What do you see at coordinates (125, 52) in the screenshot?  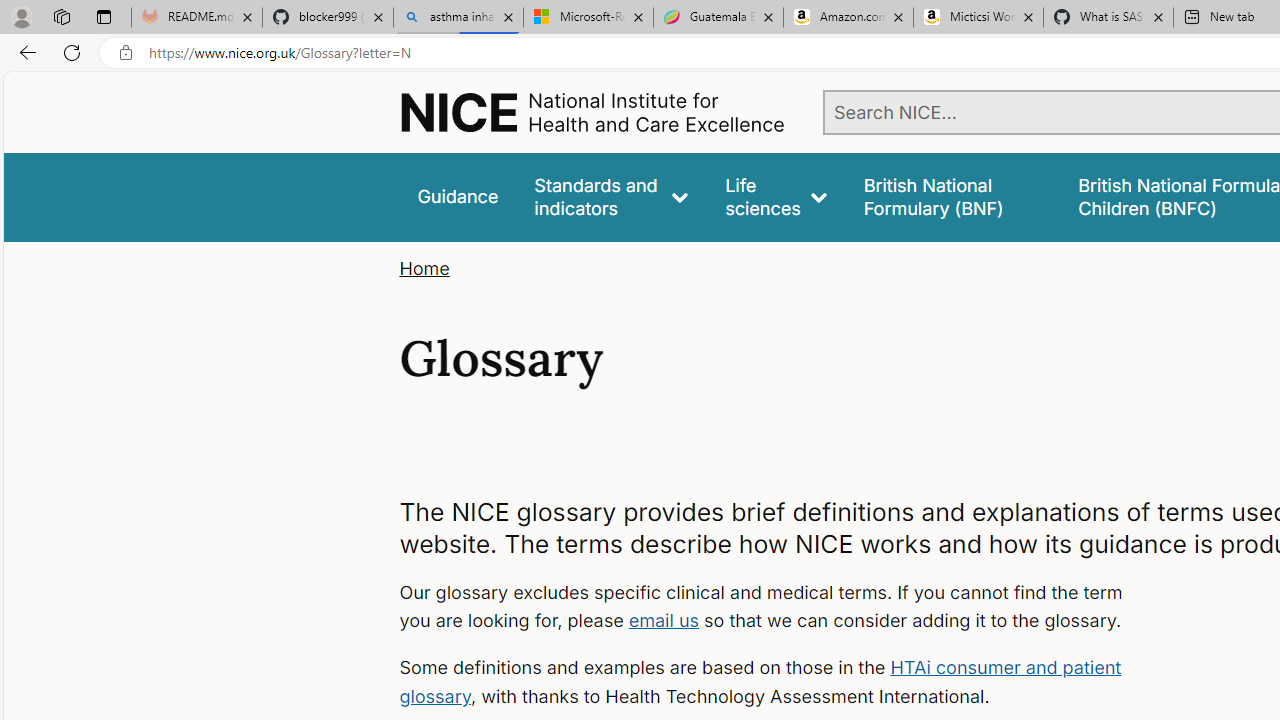 I see `'View site information'` at bounding box center [125, 52].